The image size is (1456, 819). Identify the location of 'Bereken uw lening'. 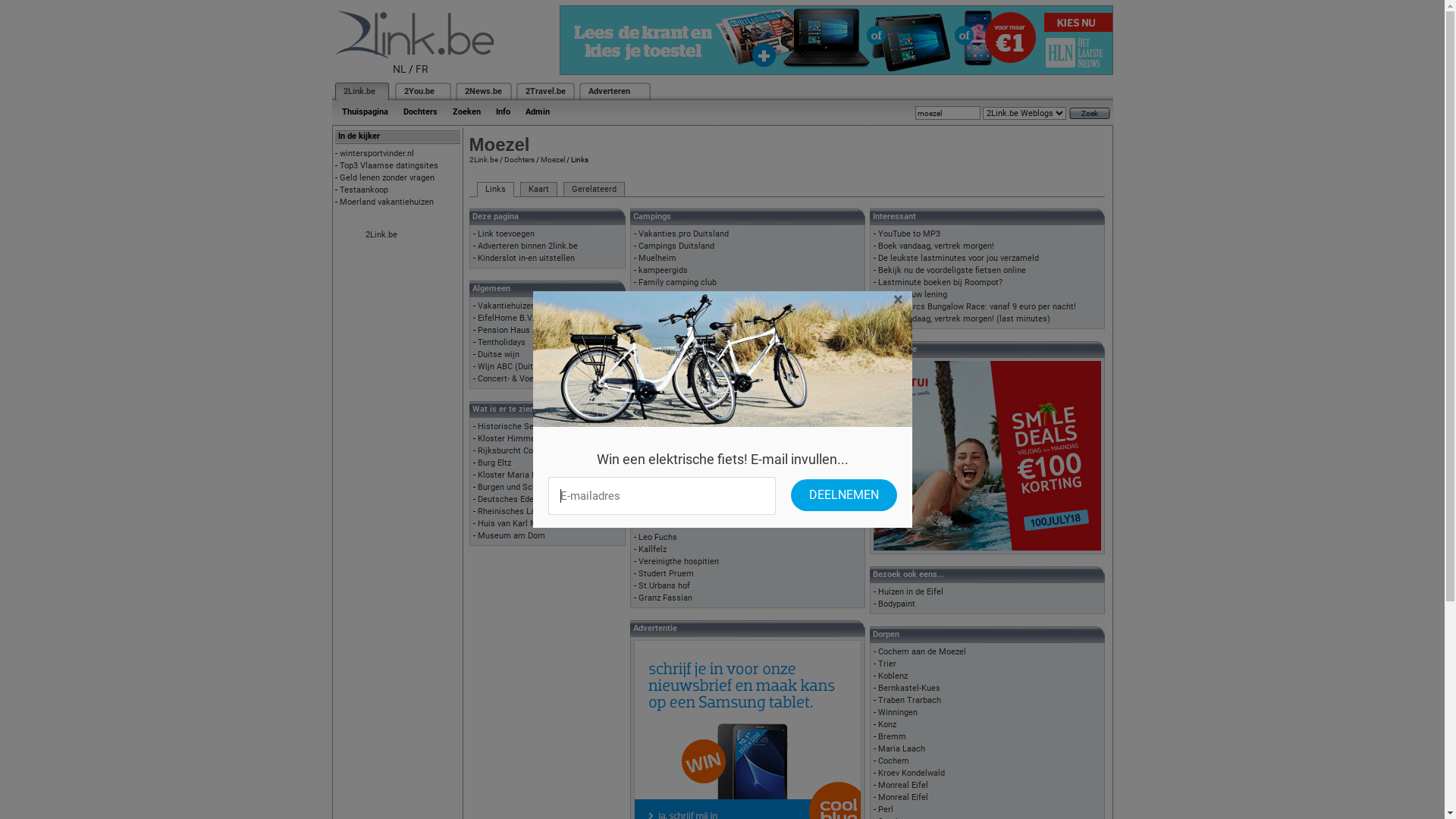
(912, 294).